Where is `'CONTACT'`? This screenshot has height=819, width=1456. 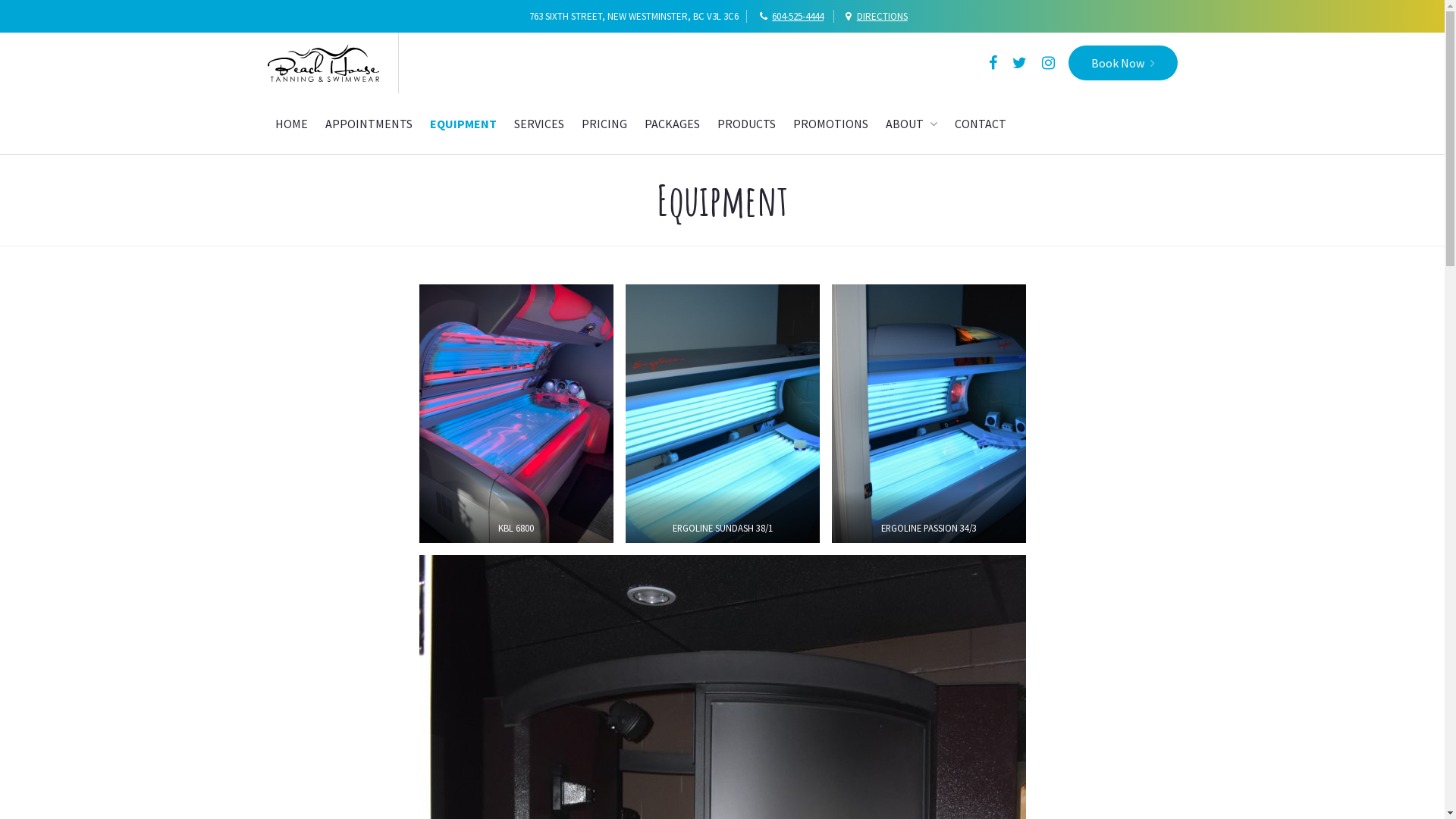
'CONTACT' is located at coordinates (979, 122).